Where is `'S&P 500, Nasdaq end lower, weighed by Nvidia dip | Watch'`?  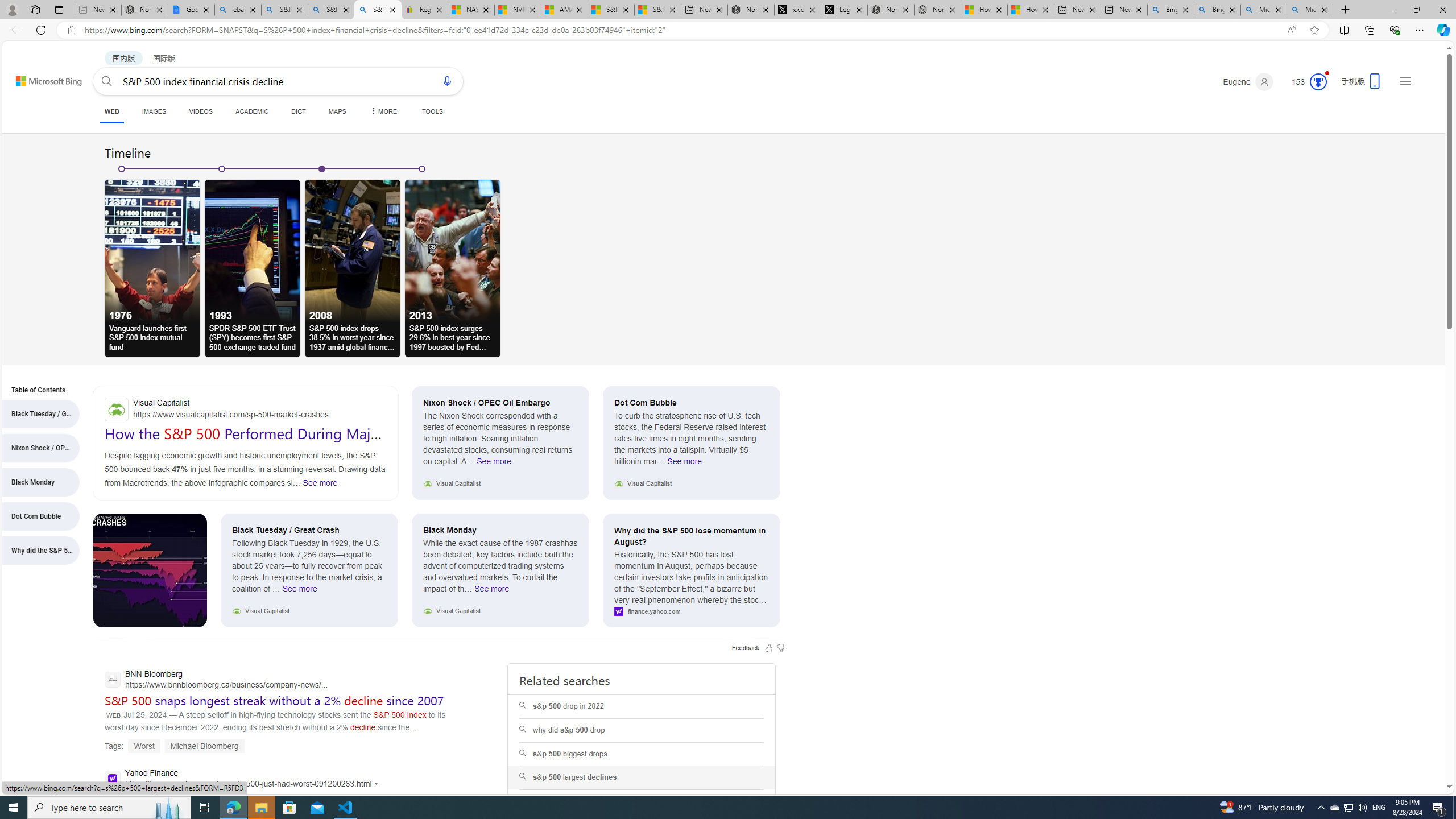
'S&P 500, Nasdaq end lower, weighed by Nvidia dip | Watch' is located at coordinates (656, 9).